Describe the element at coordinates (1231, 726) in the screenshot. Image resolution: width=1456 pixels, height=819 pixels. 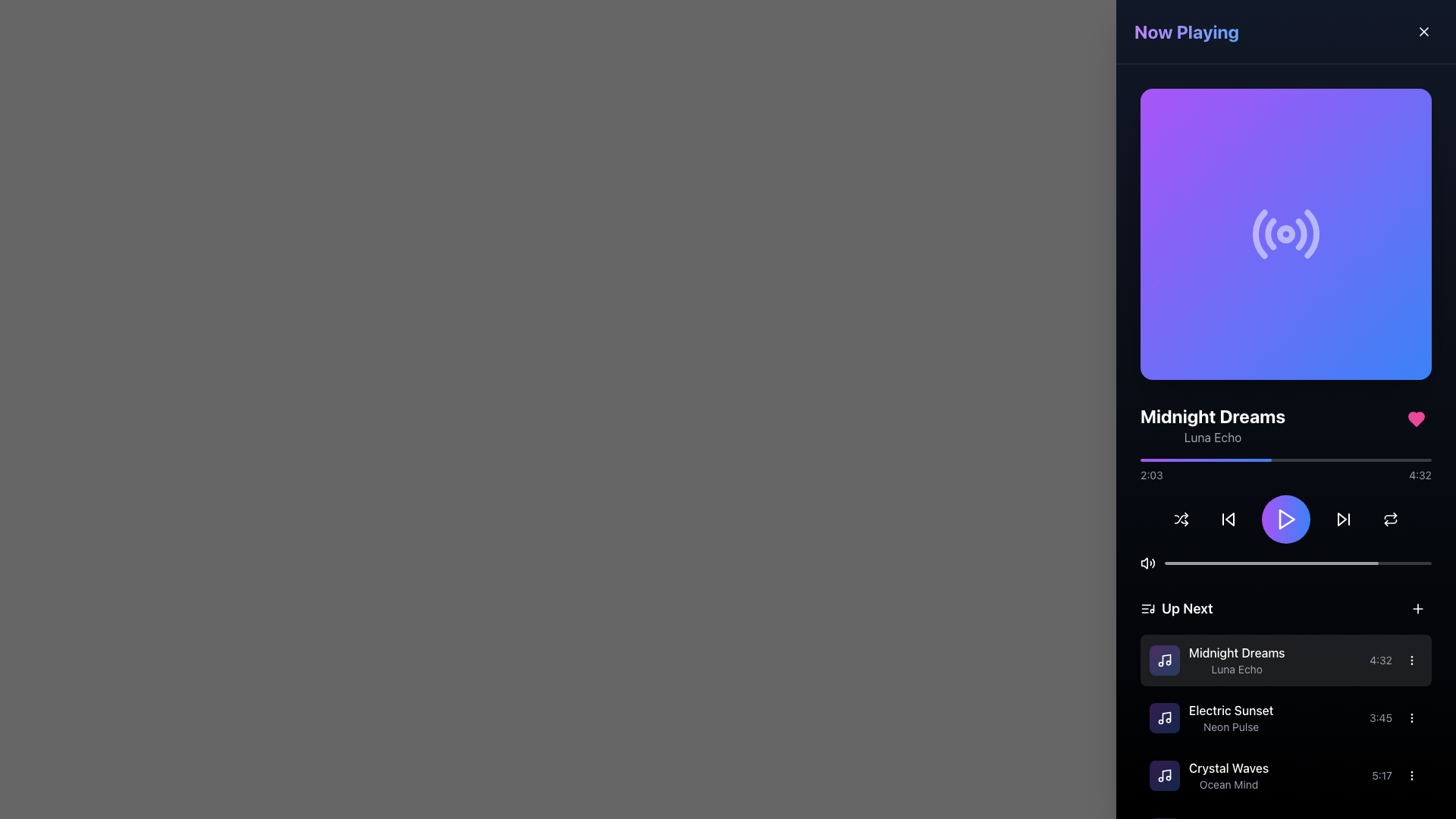
I see `the text label displaying 'Neon Pulse' in the 'Up Next' playlist section, which is positioned below 'Electric Sunset'` at that location.